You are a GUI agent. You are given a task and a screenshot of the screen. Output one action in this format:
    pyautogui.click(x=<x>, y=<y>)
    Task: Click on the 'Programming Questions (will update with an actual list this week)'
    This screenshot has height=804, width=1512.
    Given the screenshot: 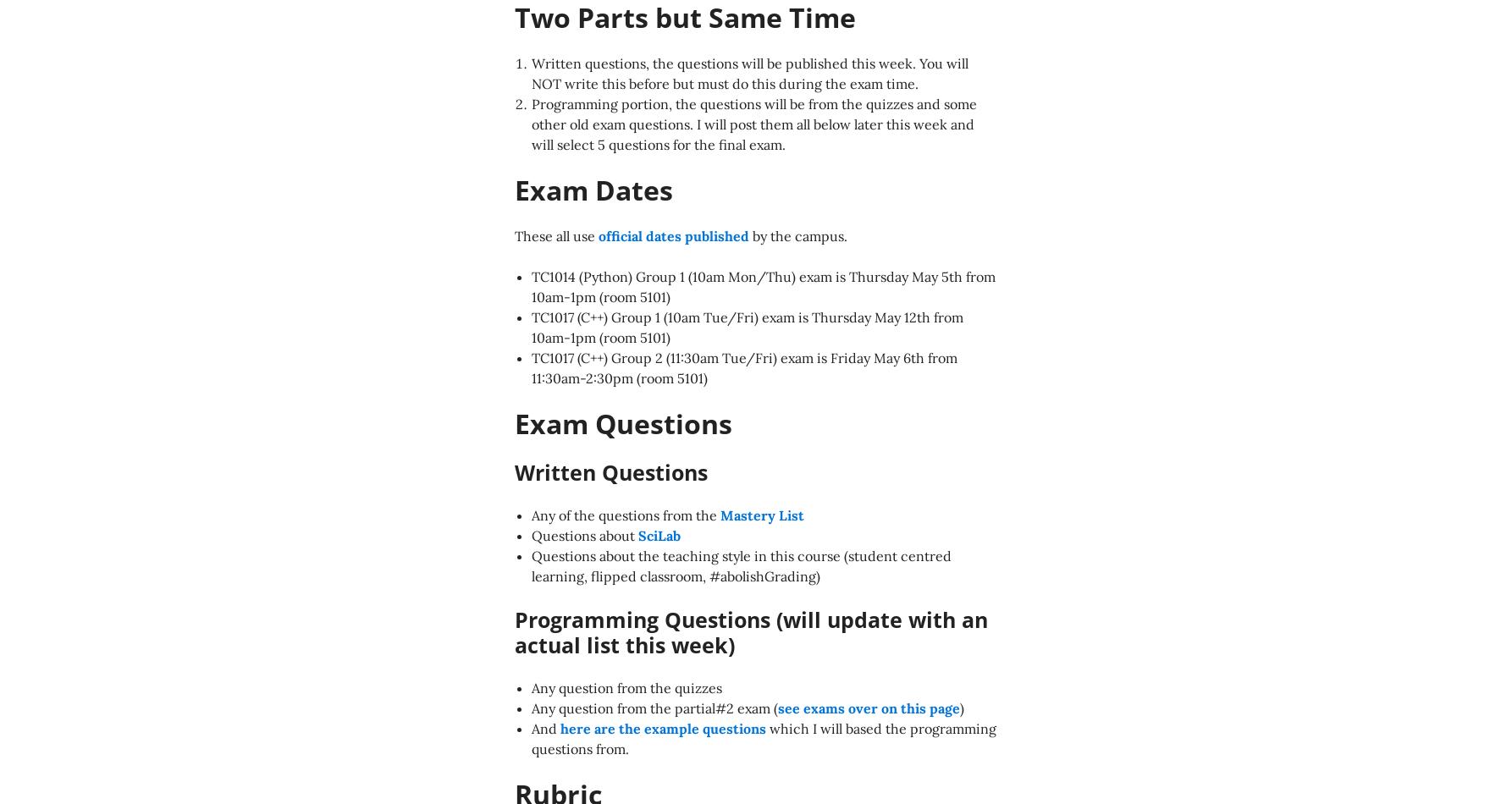 What is the action you would take?
    pyautogui.click(x=750, y=631)
    